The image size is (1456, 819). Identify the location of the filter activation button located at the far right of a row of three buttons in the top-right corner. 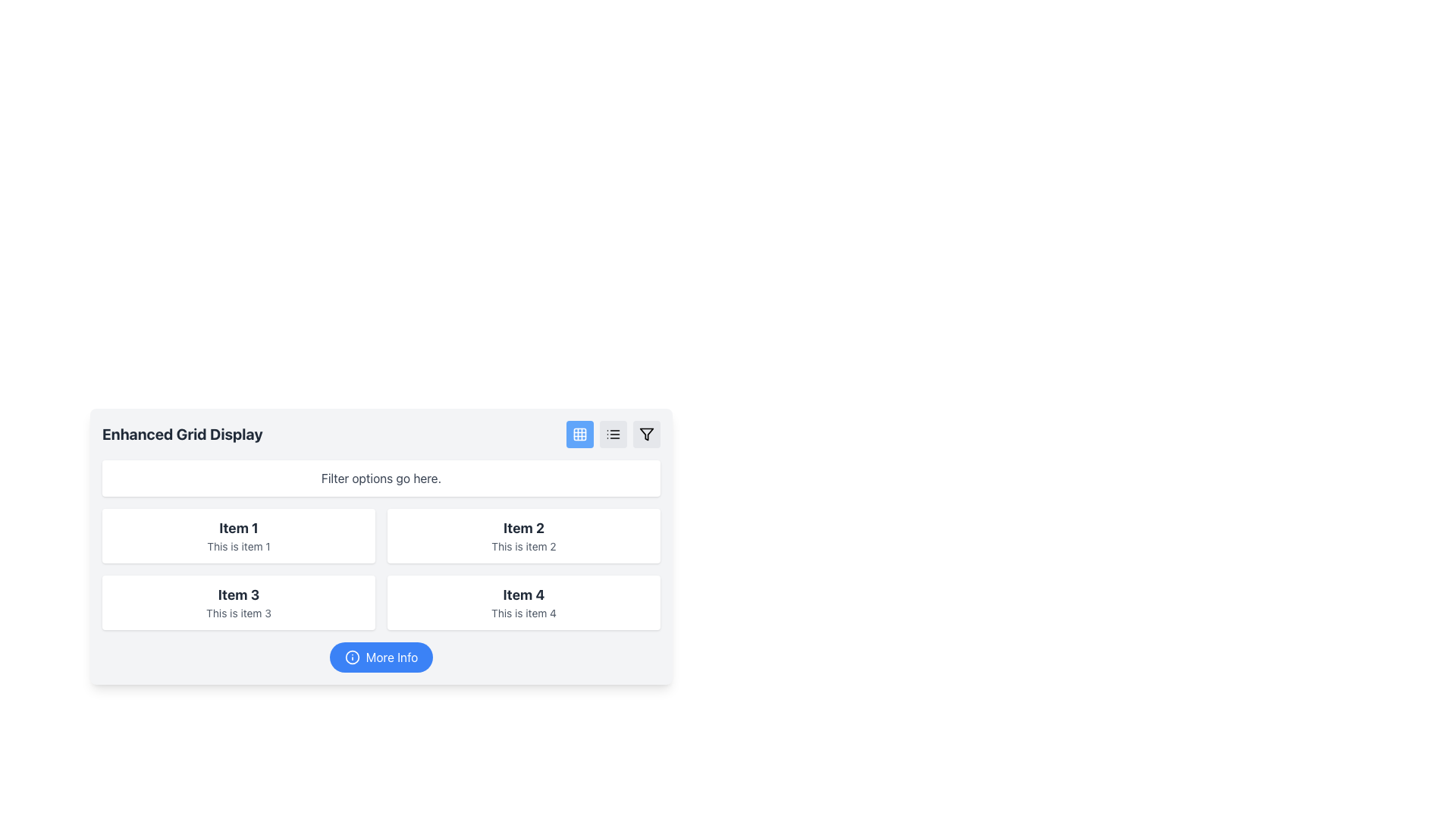
(647, 435).